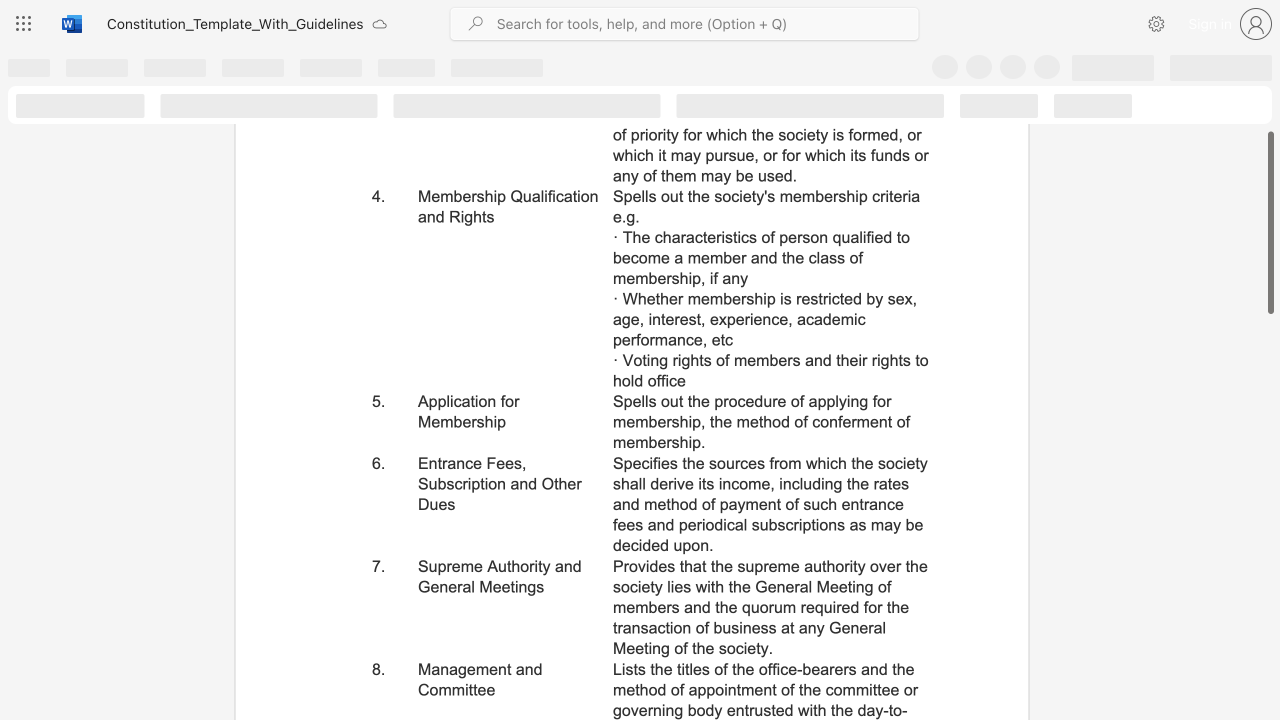 This screenshot has height=720, width=1280. What do you see at coordinates (1269, 222) in the screenshot?
I see `the scrollbar and move down 50 pixels` at bounding box center [1269, 222].